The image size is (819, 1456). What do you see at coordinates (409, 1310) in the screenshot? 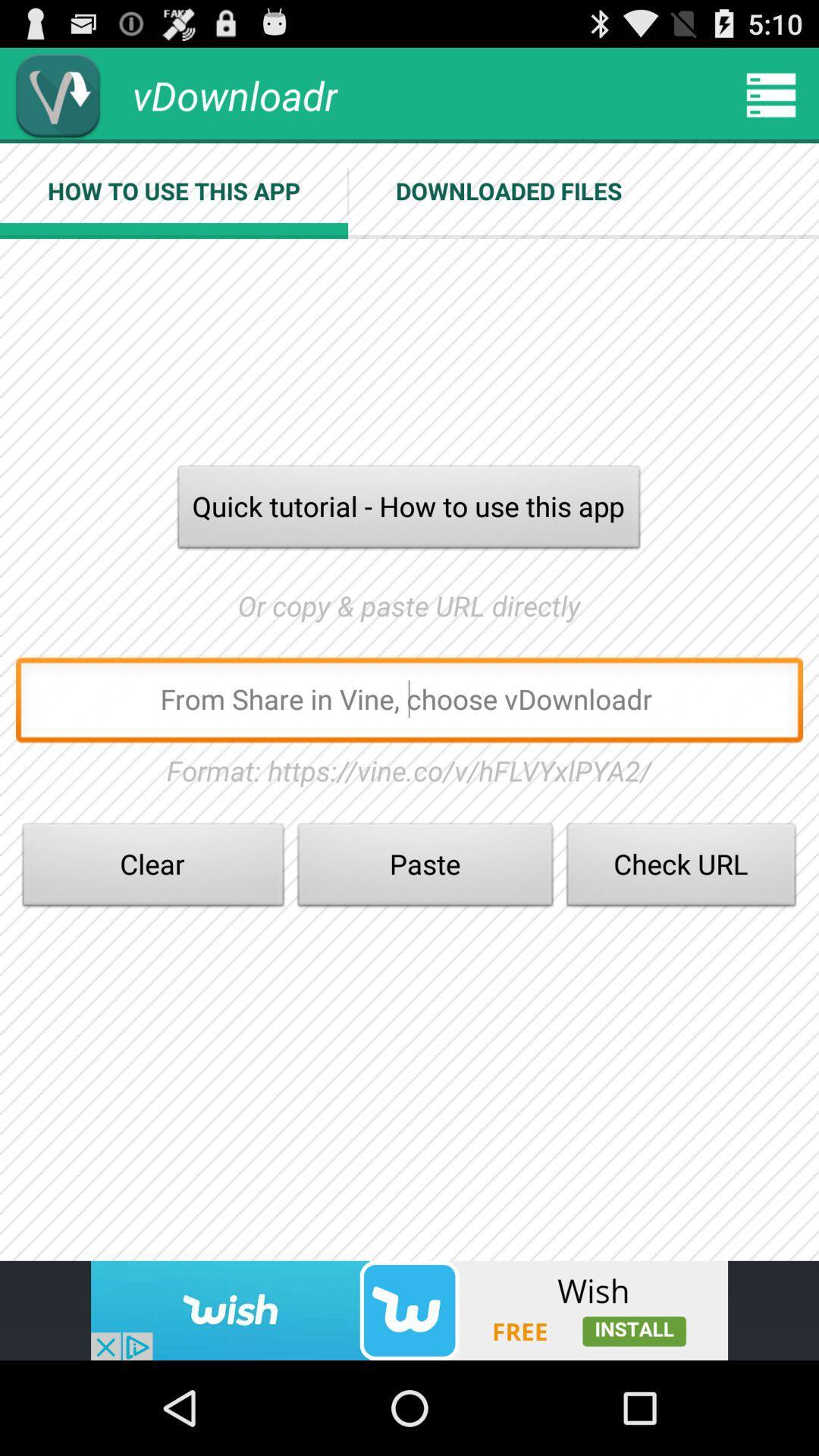
I see `details about advertisement` at bounding box center [409, 1310].